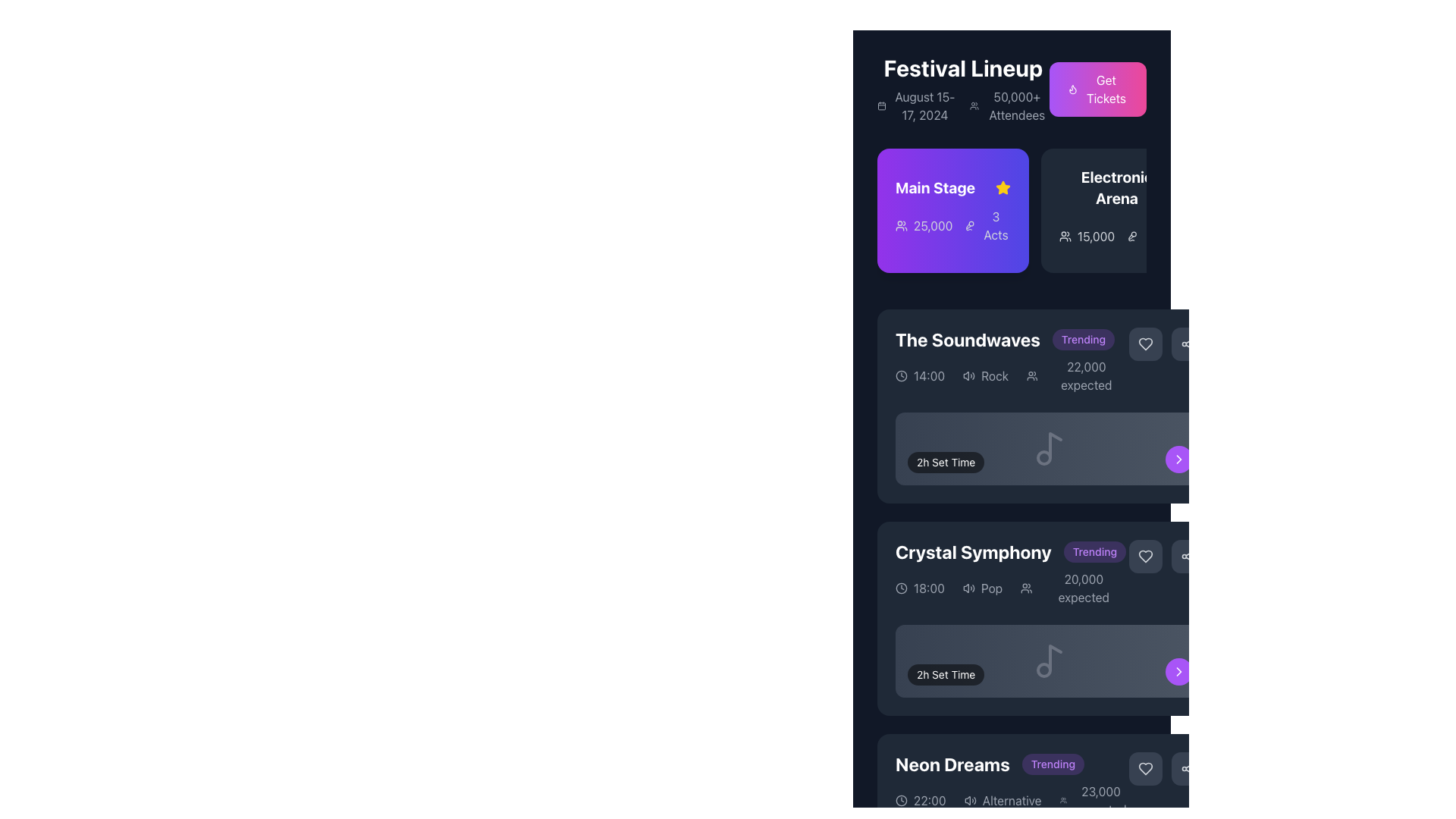  What do you see at coordinates (952, 764) in the screenshot?
I see `the static text label displaying 'Neon Dreams' which is styled in bold, 2xl font and changes color to purple on hover` at bounding box center [952, 764].